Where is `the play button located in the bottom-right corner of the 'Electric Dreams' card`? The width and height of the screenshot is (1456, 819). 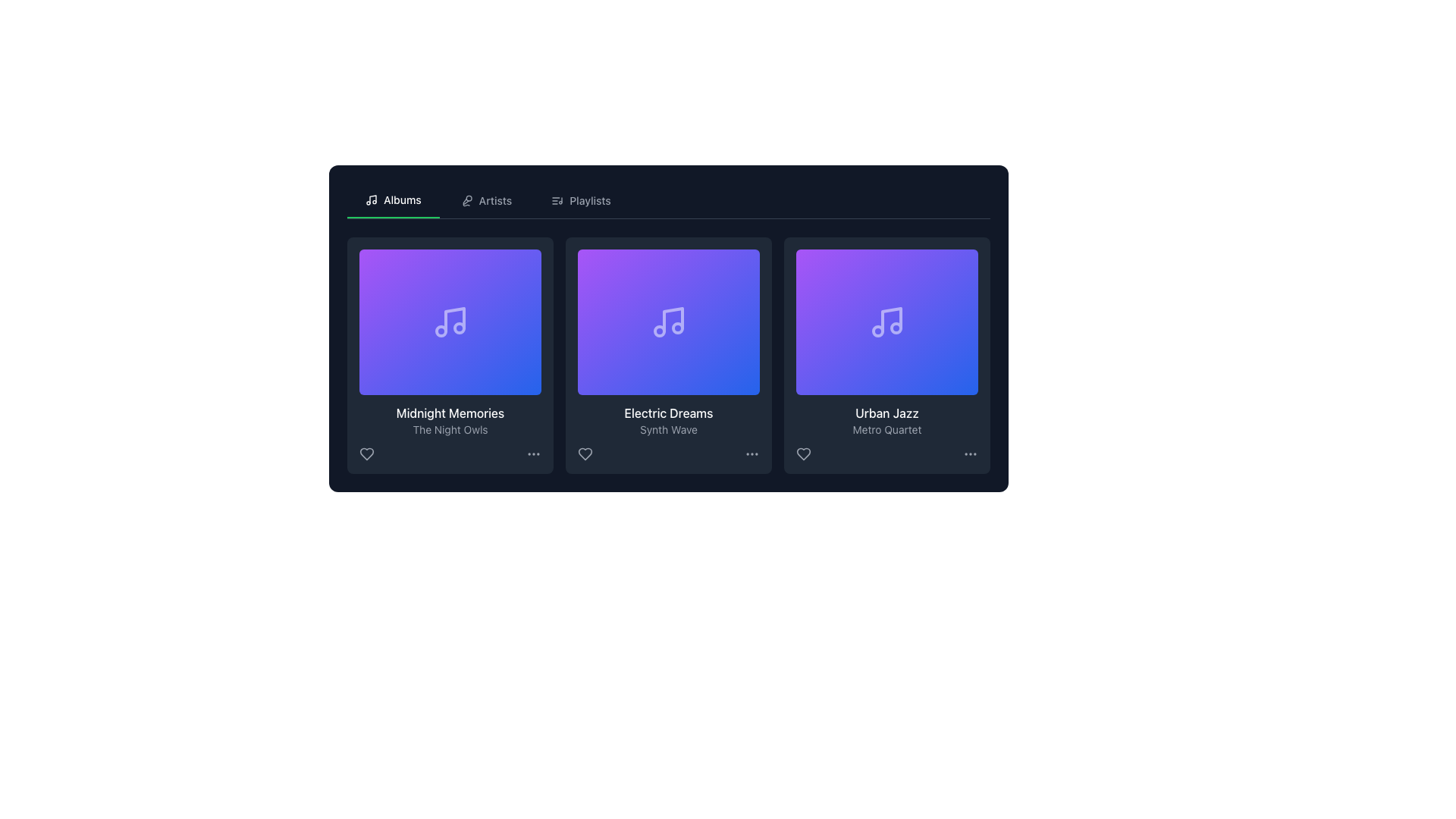 the play button located in the bottom-right corner of the 'Electric Dreams' card is located at coordinates (739, 374).